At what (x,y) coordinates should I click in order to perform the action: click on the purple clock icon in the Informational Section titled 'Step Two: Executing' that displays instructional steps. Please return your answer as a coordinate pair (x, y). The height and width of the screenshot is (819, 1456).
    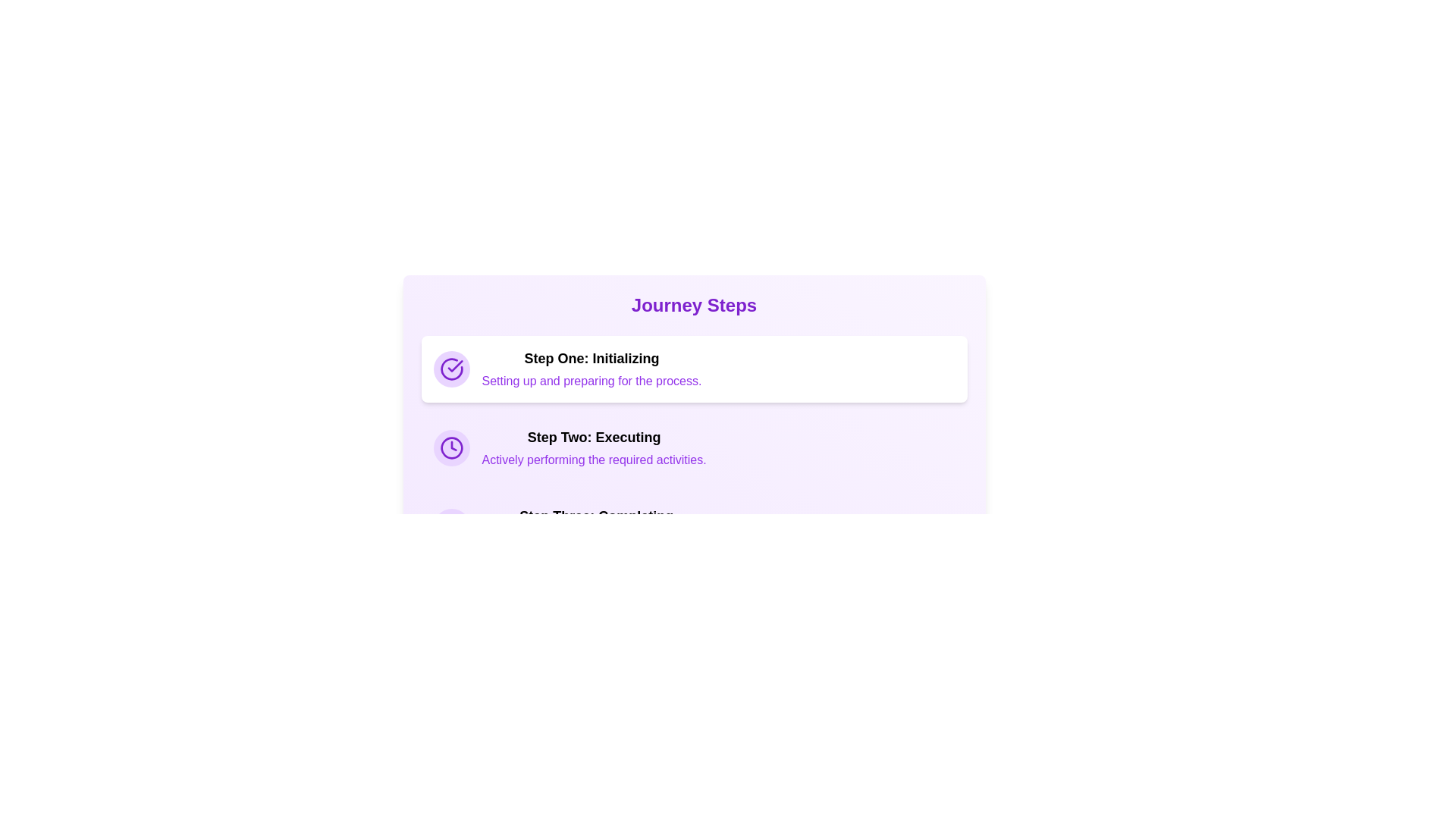
    Looking at the image, I should click on (693, 447).